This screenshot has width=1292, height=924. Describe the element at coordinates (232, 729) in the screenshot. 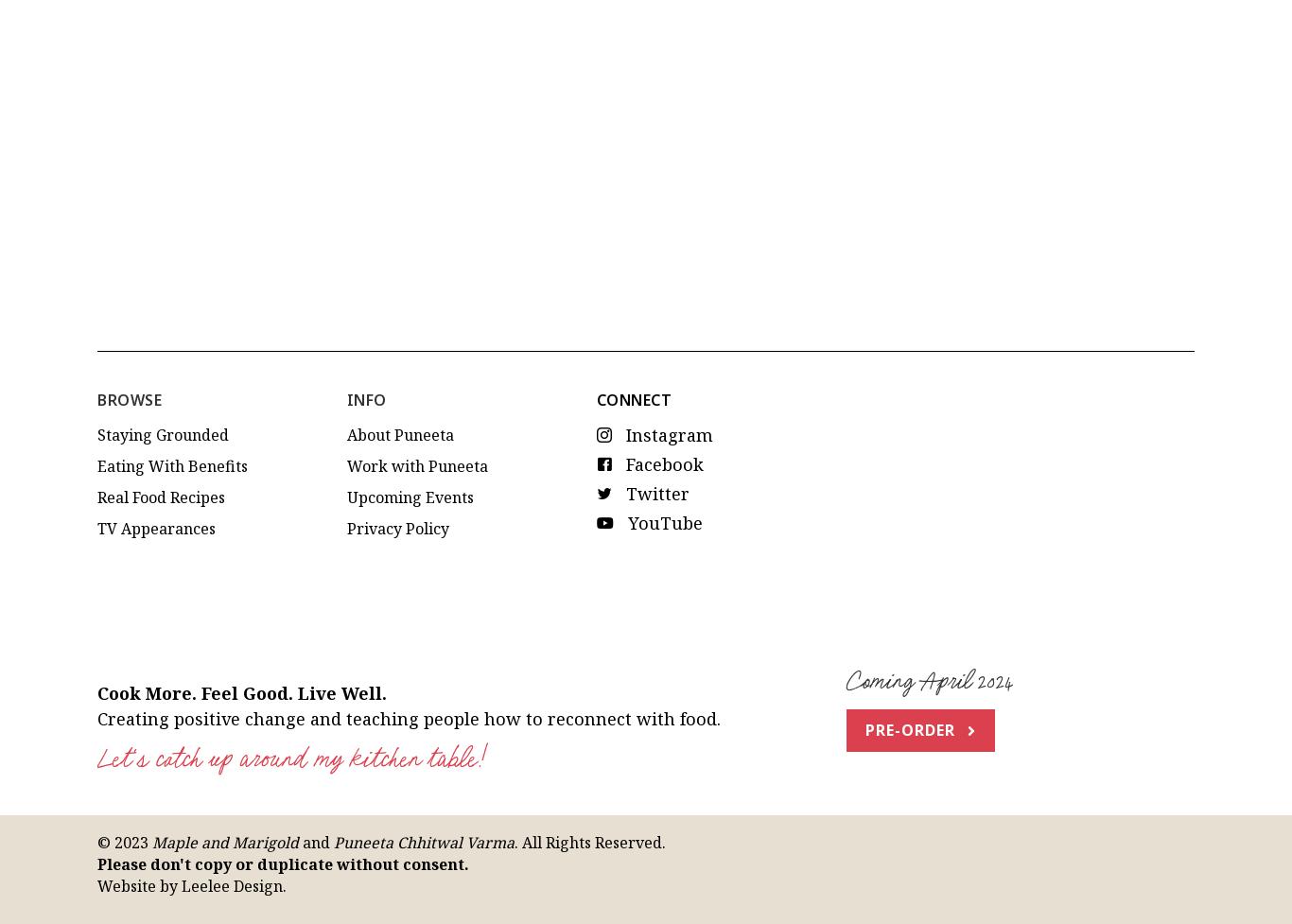

I see `'Leelee Design'` at that location.